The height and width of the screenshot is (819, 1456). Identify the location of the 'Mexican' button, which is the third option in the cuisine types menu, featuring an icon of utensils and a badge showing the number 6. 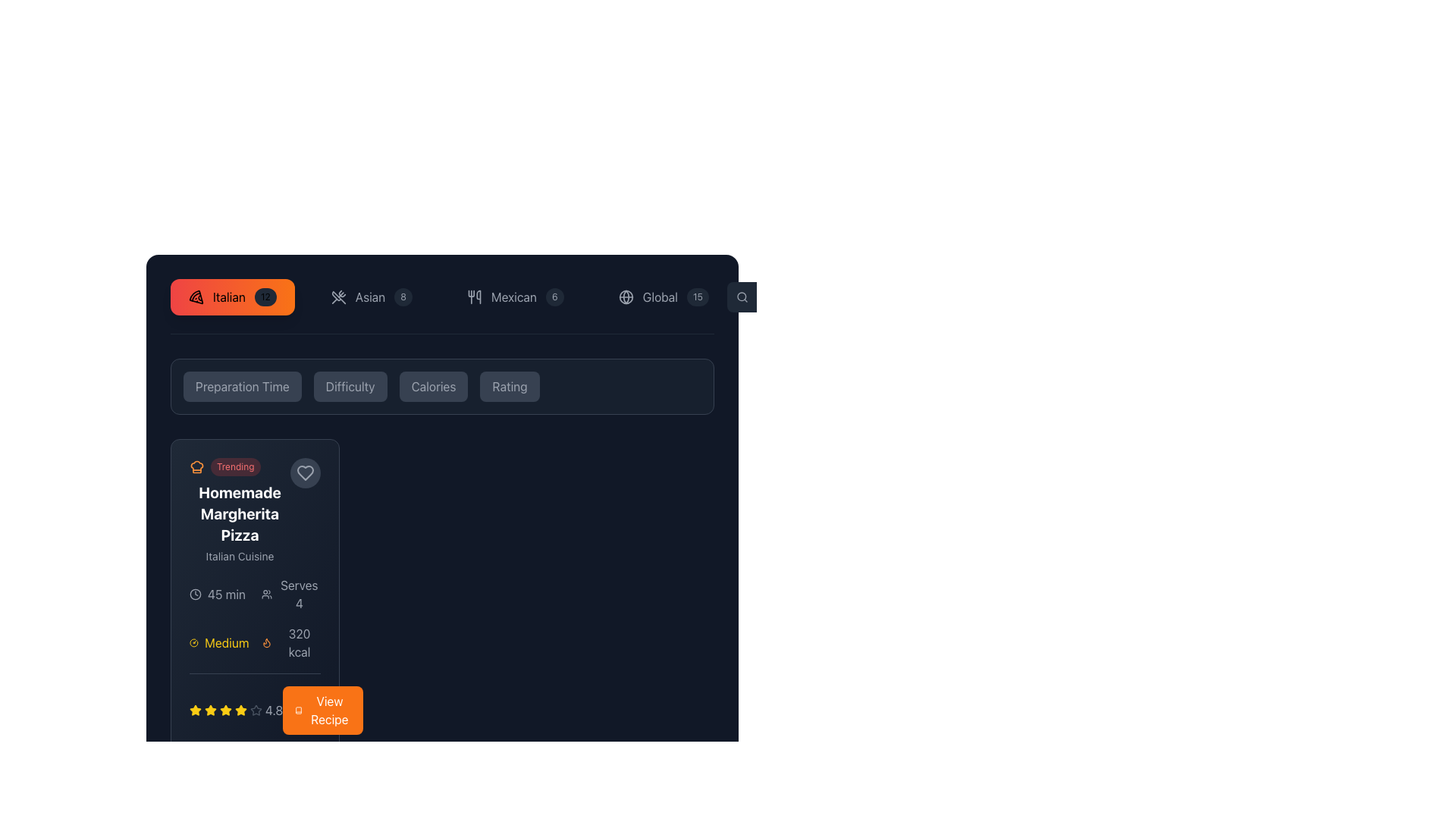
(515, 297).